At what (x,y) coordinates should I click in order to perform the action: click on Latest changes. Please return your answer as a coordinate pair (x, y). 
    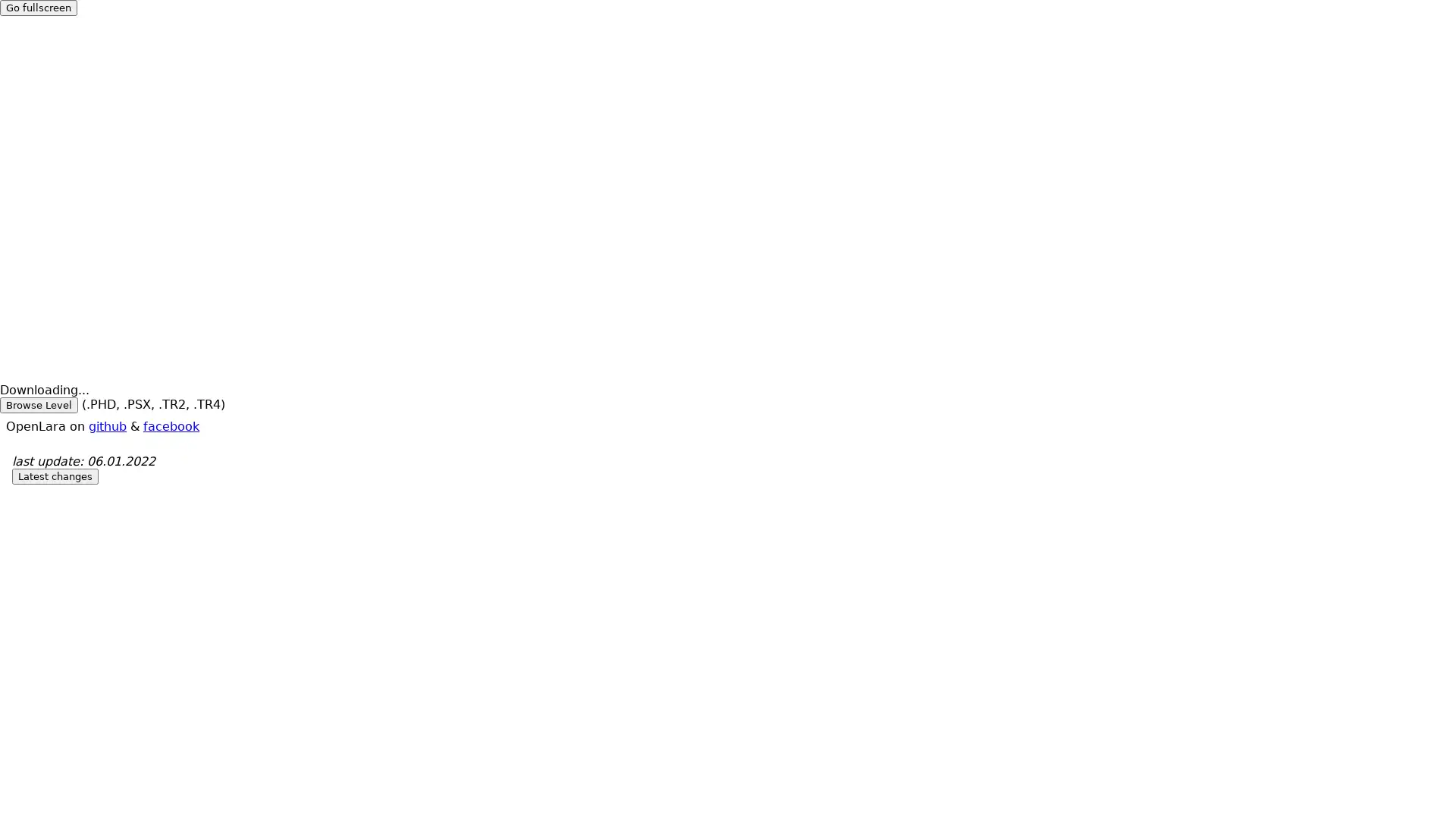
    Looking at the image, I should click on (55, 461).